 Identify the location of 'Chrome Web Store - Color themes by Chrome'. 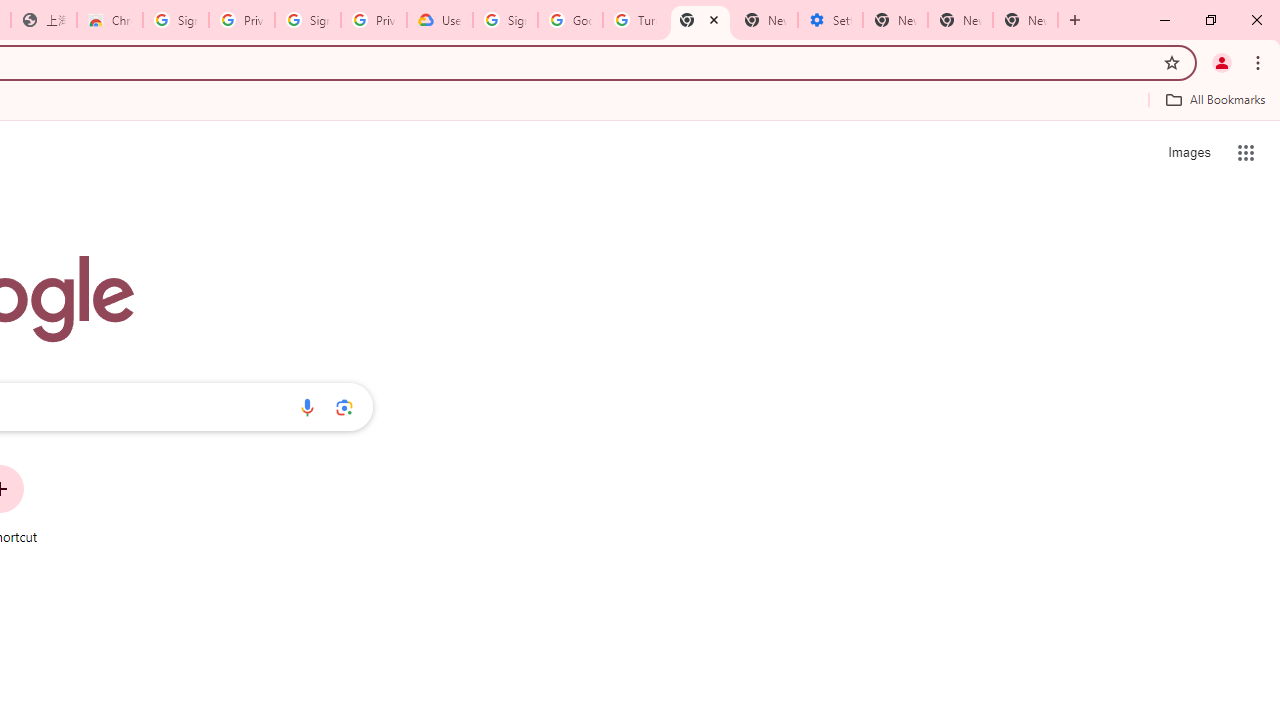
(109, 20).